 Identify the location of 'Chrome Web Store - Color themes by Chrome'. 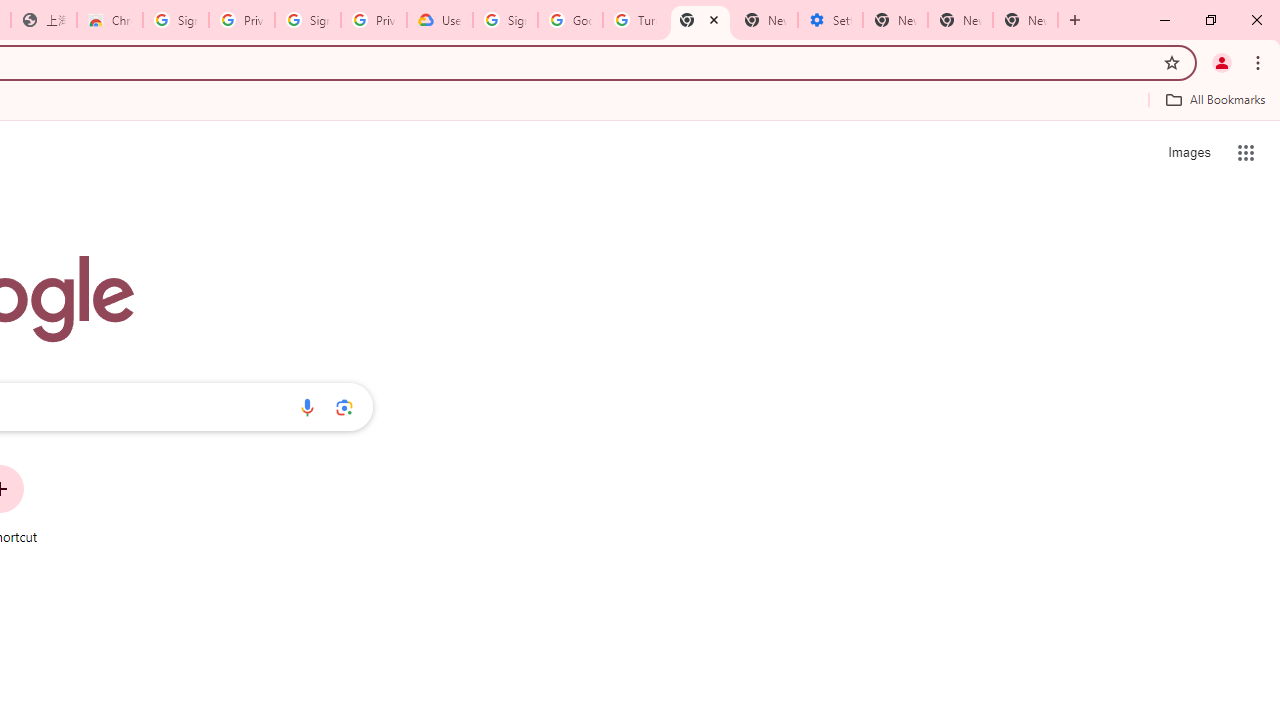
(109, 20).